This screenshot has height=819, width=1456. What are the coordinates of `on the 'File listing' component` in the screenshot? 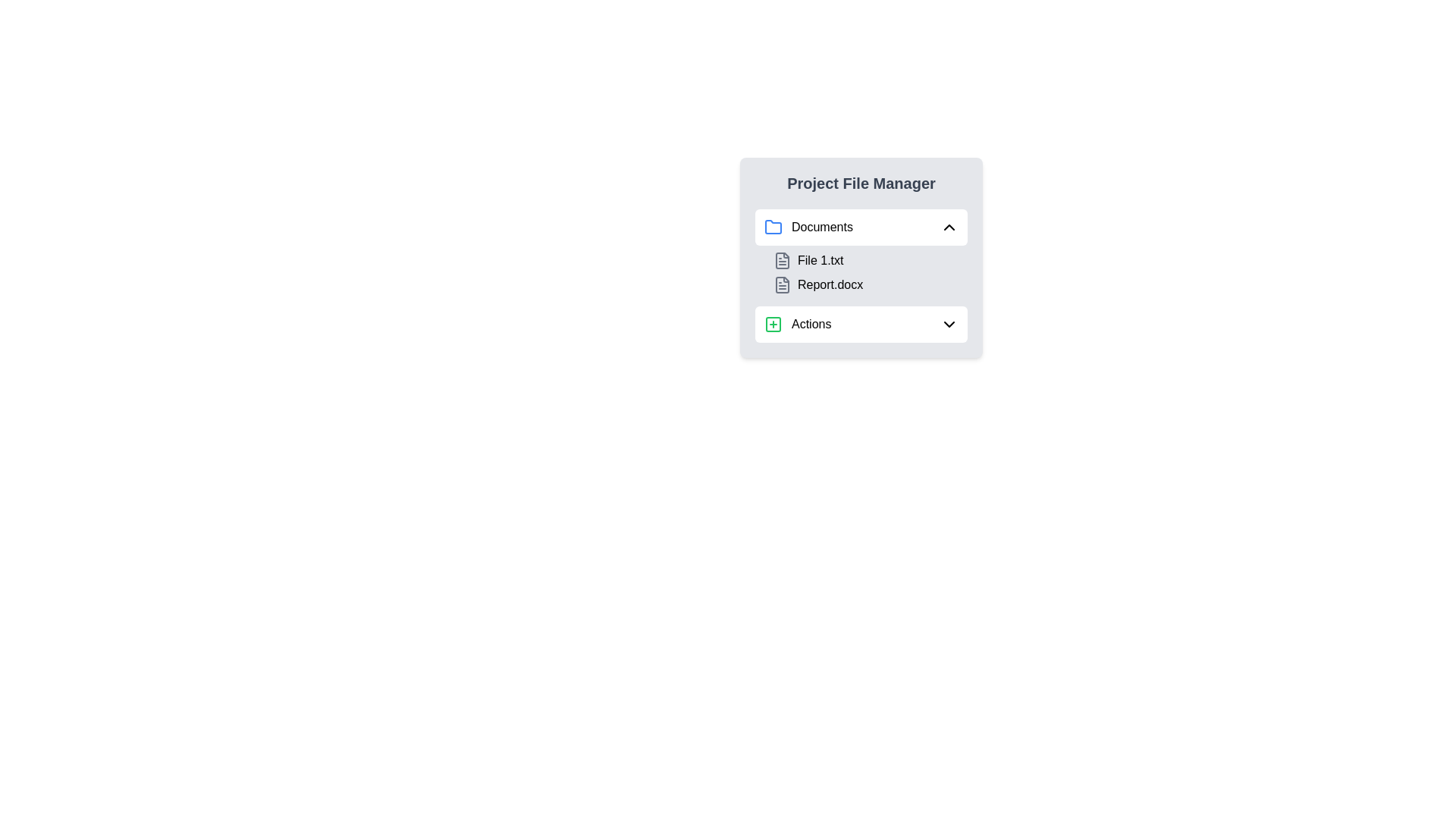 It's located at (861, 275).